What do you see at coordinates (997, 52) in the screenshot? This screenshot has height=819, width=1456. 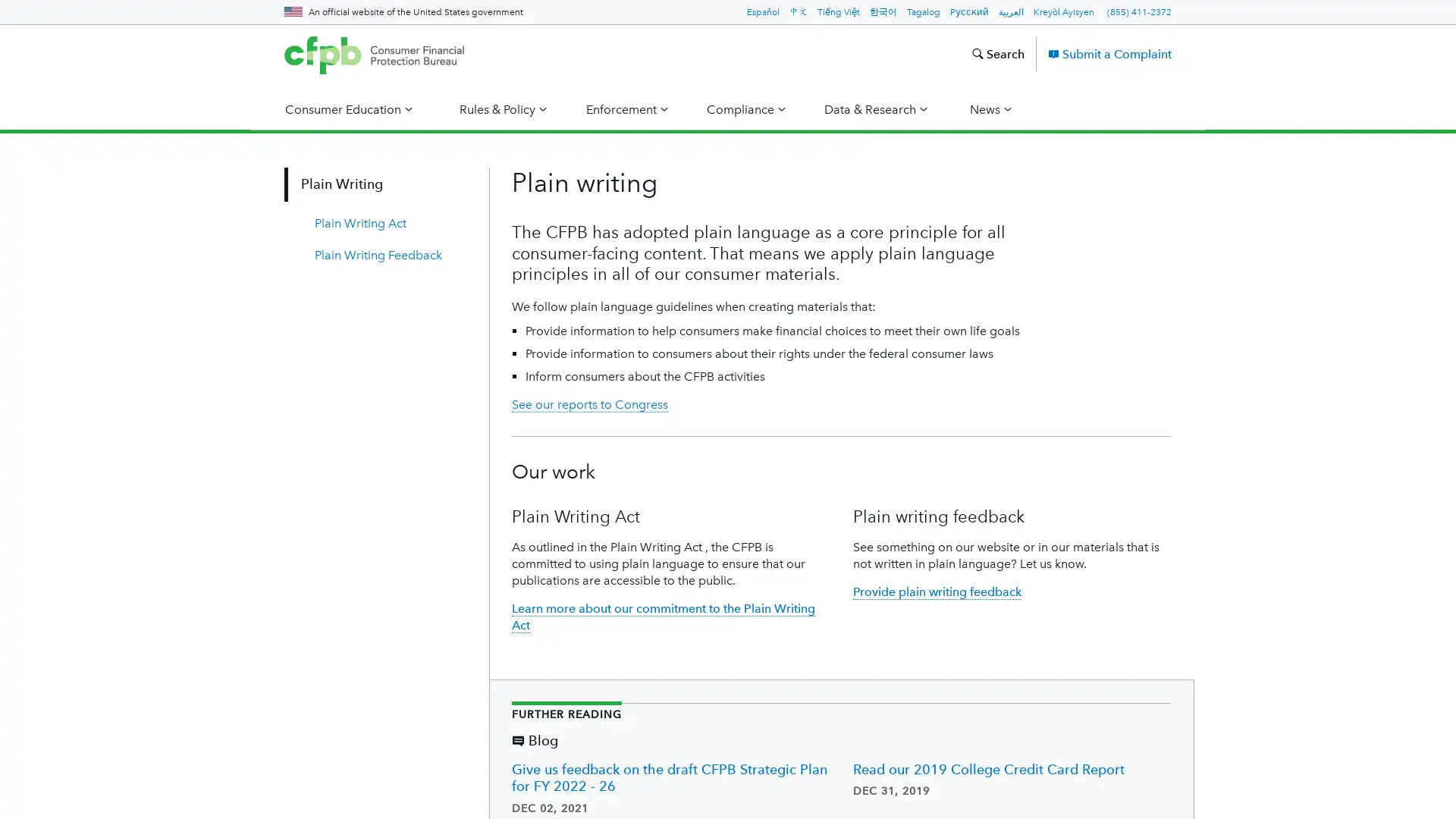 I see `Search the consumerfinance.gov website` at bounding box center [997, 52].